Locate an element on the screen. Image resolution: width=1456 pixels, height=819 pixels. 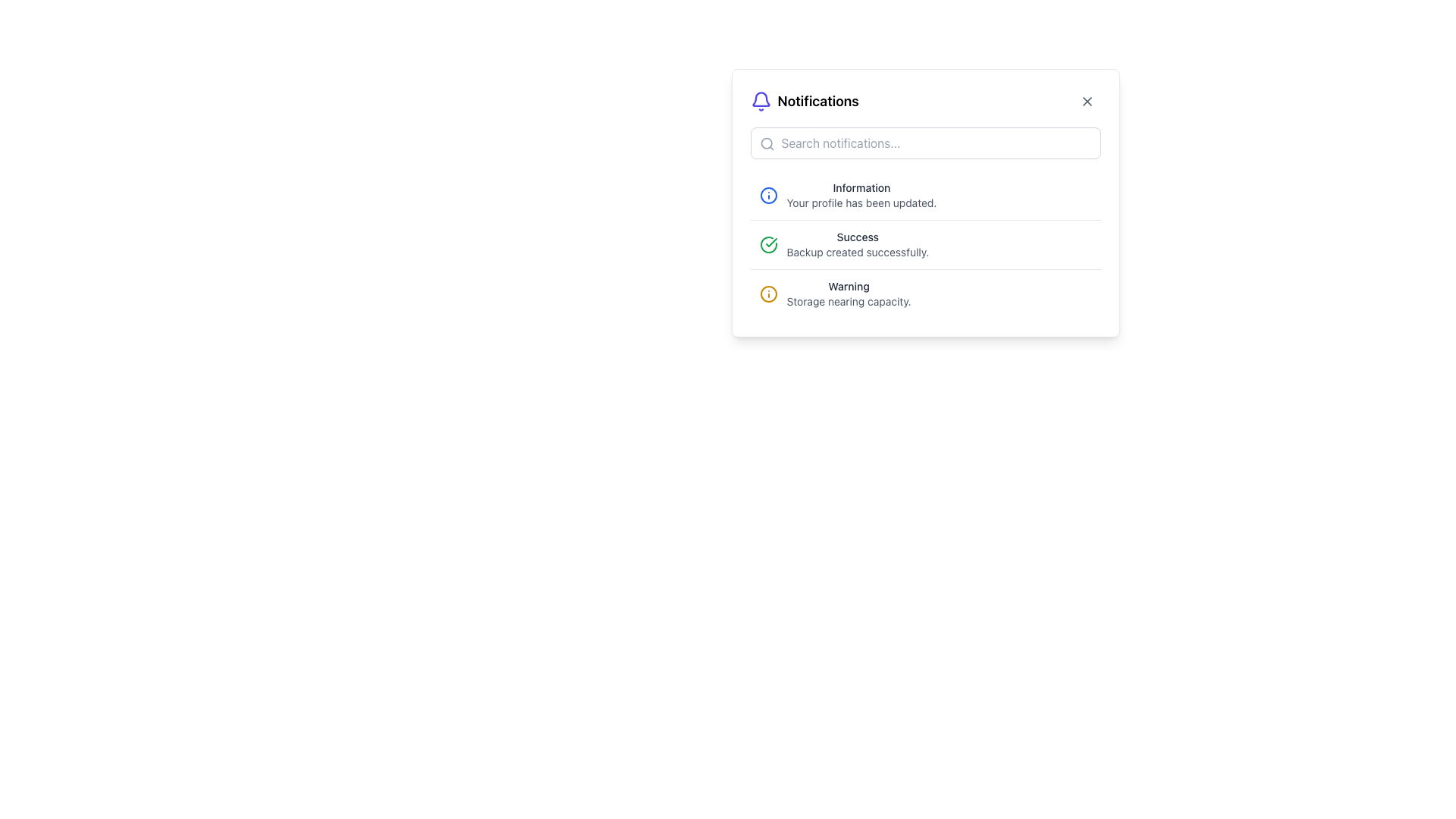
text label that displays 'Warning' in bold and dark gray color, which is part of the notification message indicating 'Storage nearing capacity.' is located at coordinates (848, 287).